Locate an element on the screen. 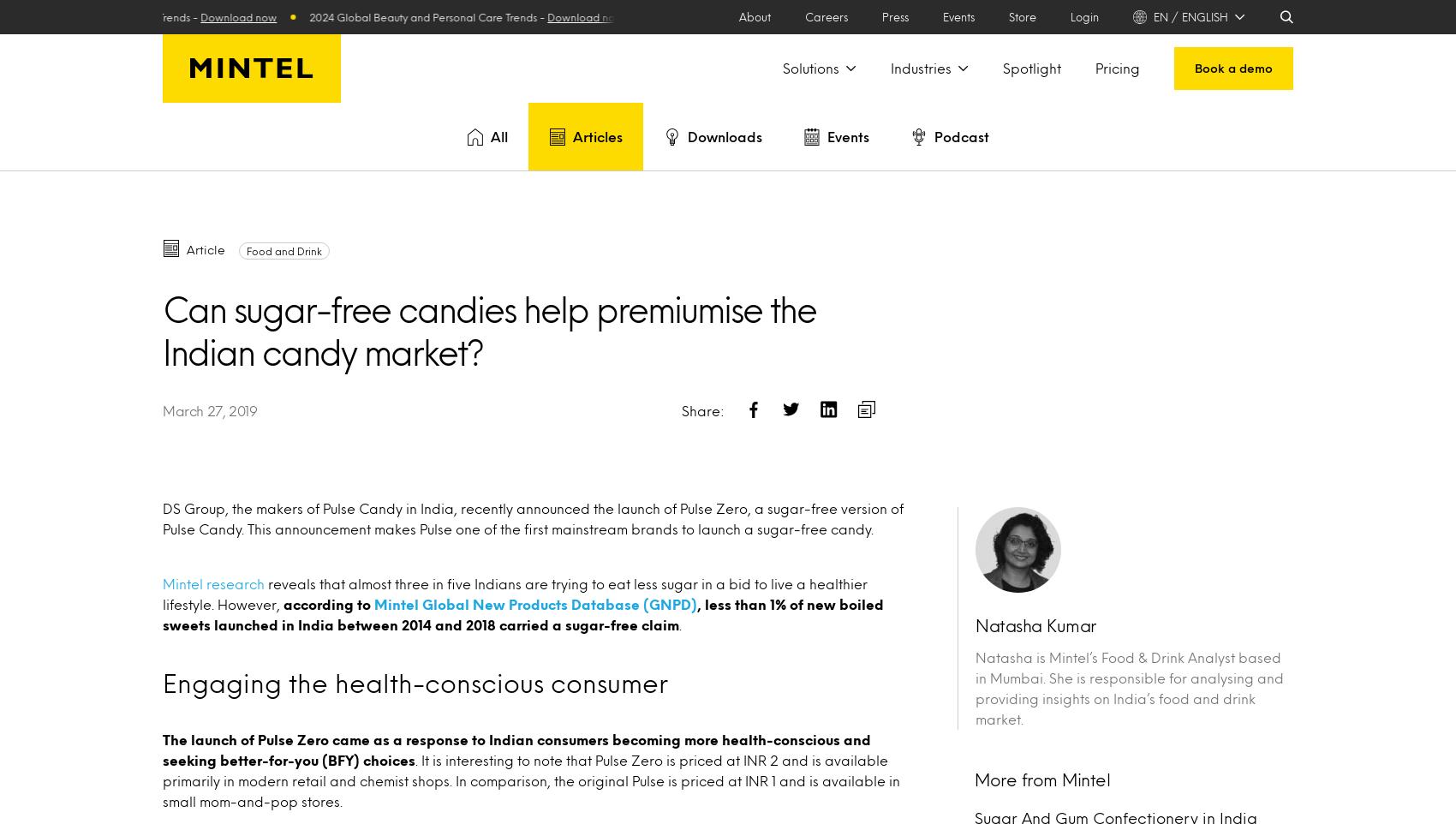 Image resolution: width=1456 pixels, height=824 pixels. 'November 16, 2023' is located at coordinates (209, 245).